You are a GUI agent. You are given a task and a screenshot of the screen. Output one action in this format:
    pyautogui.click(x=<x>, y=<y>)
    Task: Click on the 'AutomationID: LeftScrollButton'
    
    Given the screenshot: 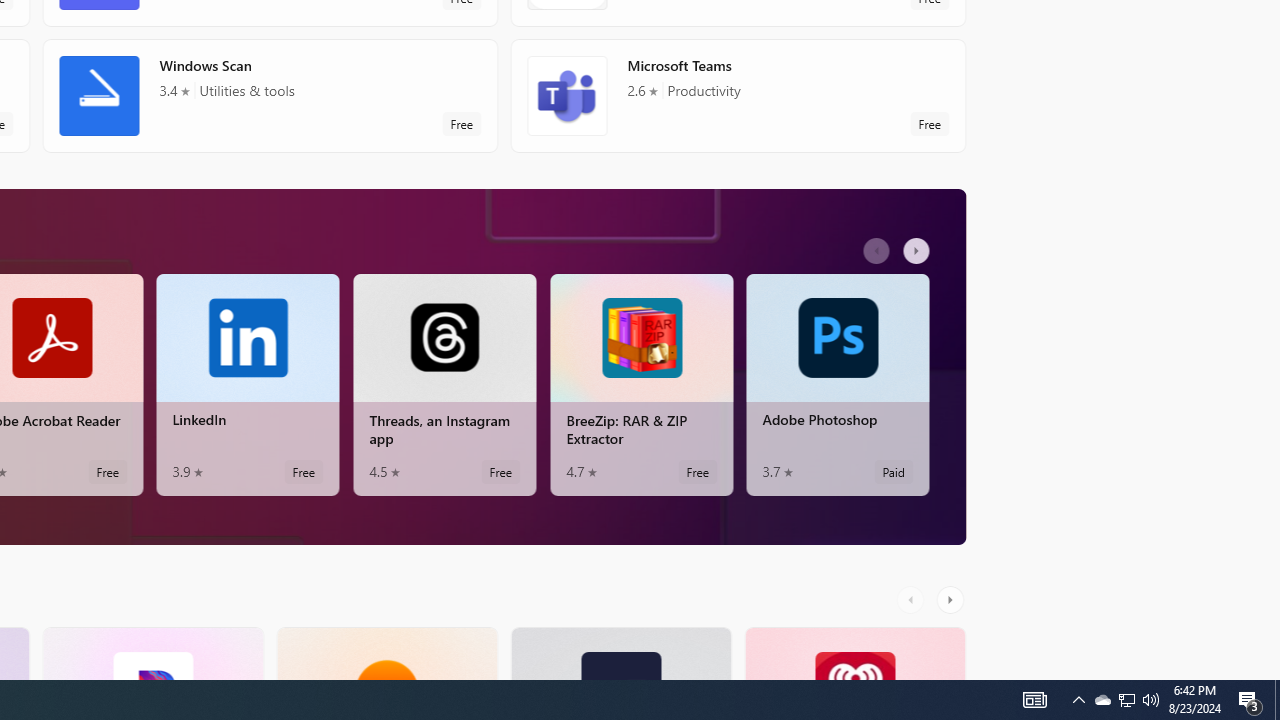 What is the action you would take?
    pyautogui.click(x=912, y=598)
    